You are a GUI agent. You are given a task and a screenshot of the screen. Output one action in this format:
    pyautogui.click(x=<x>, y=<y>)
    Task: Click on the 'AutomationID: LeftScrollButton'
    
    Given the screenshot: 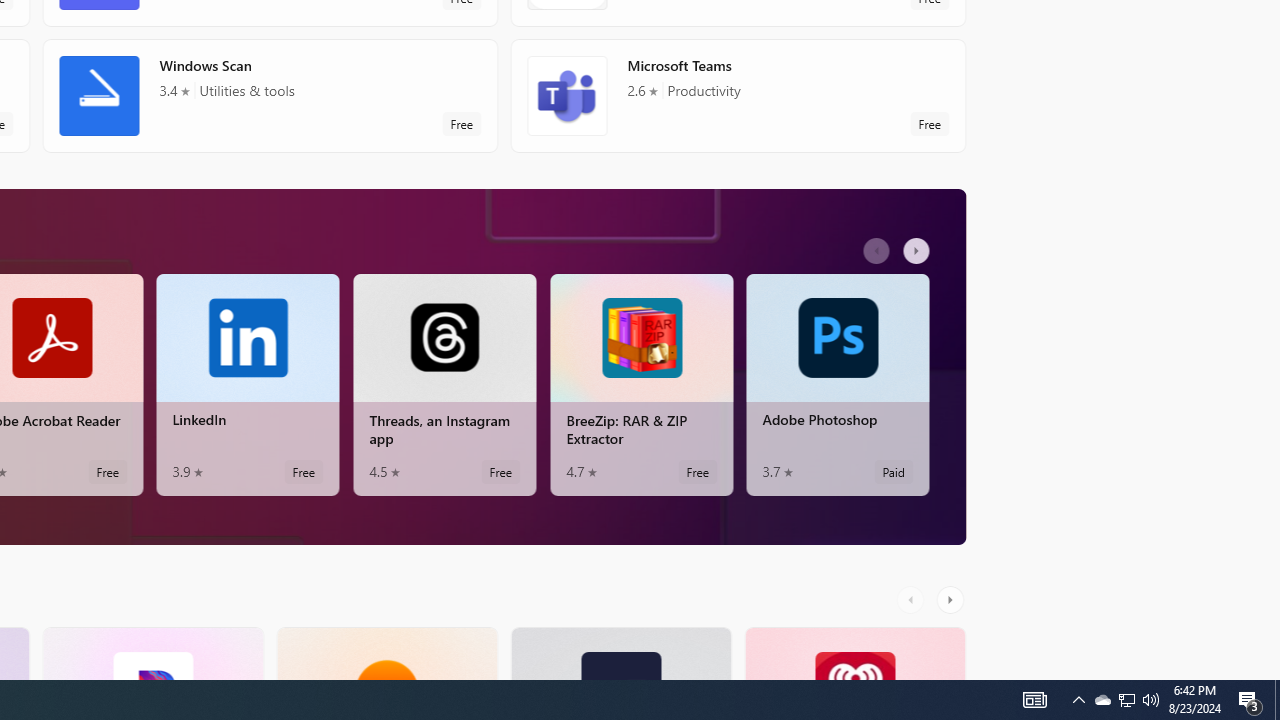 What is the action you would take?
    pyautogui.click(x=912, y=598)
    